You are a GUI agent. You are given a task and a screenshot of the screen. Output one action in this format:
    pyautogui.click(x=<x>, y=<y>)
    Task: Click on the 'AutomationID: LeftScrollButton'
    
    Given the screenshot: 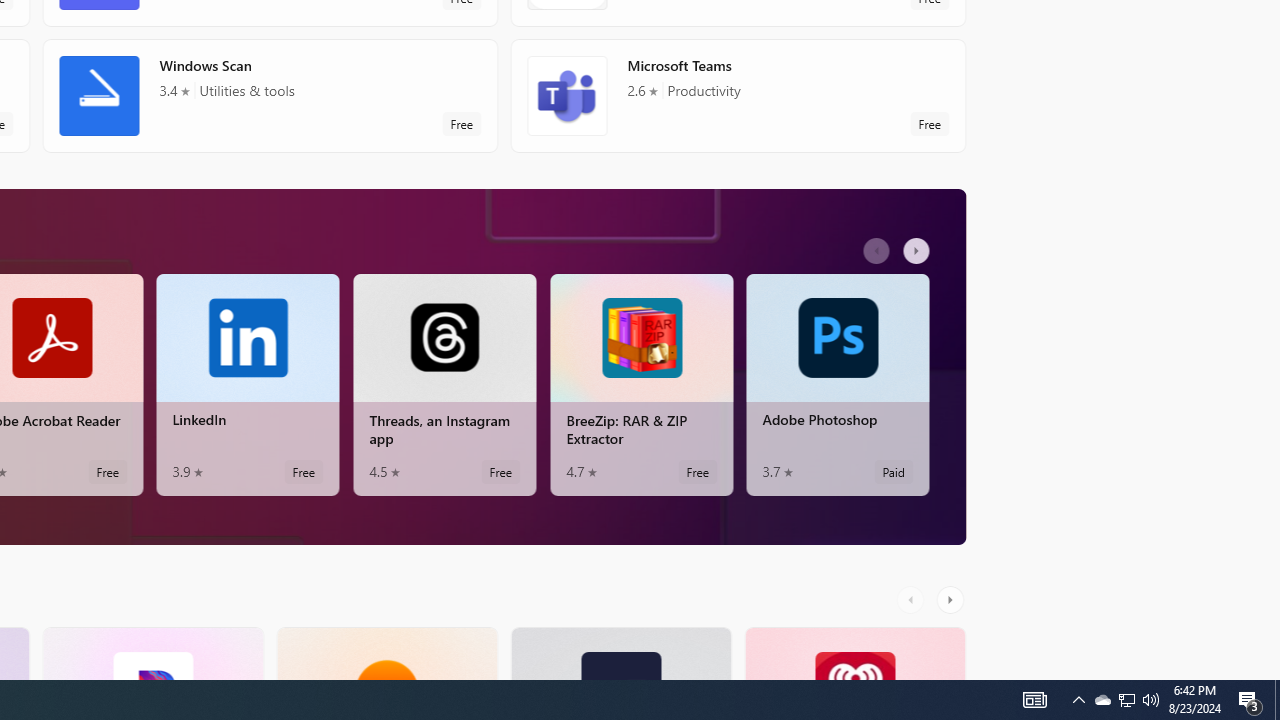 What is the action you would take?
    pyautogui.click(x=912, y=598)
    